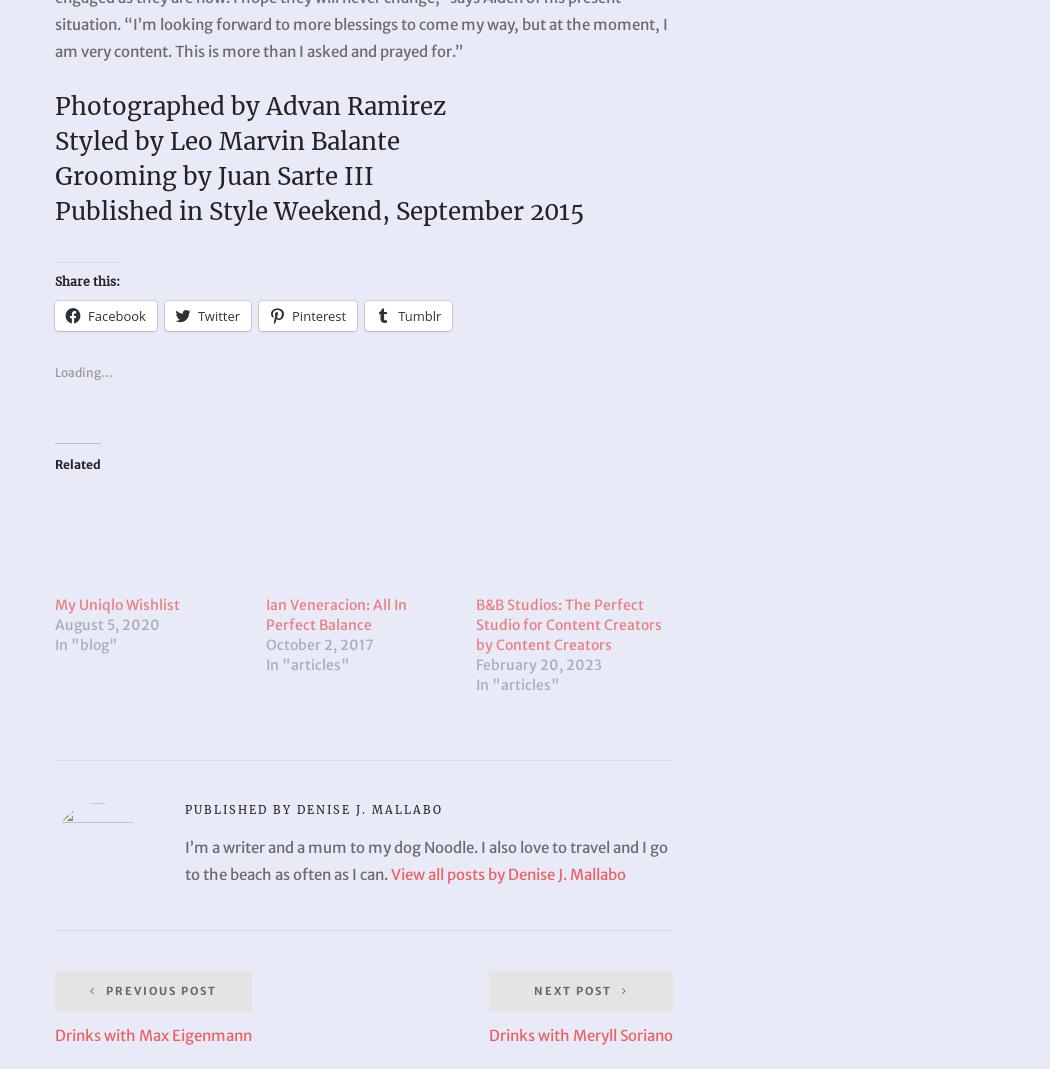  I want to click on 'Denise J. Mallabo', so click(369, 809).